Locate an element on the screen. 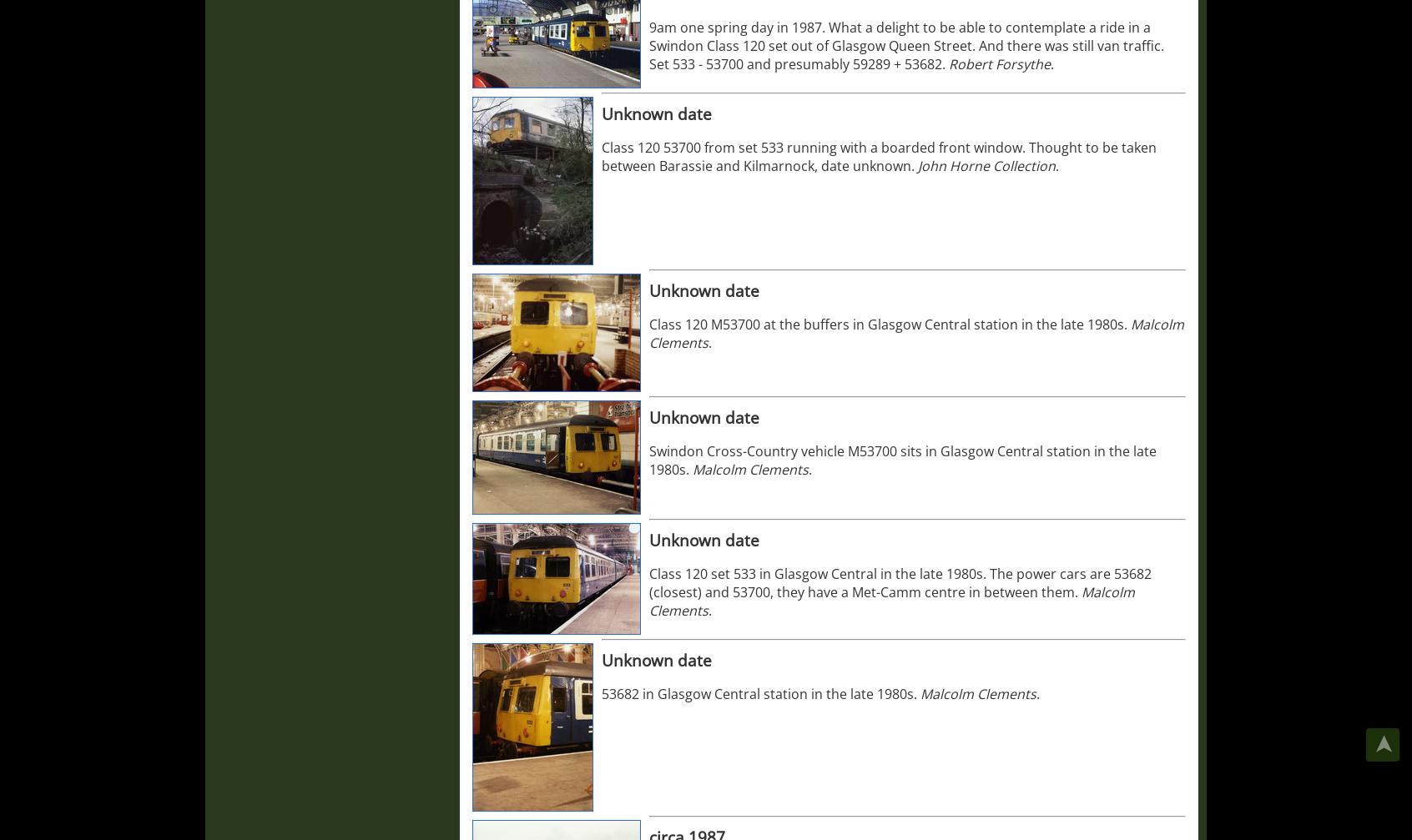 The height and width of the screenshot is (840, 1412). 'Class 120 set 533 in Glasgow Central in the late 1980s. The power cars are 53682 (closest) and 53700, they have a Met-Camm centre in between them.' is located at coordinates (900, 581).